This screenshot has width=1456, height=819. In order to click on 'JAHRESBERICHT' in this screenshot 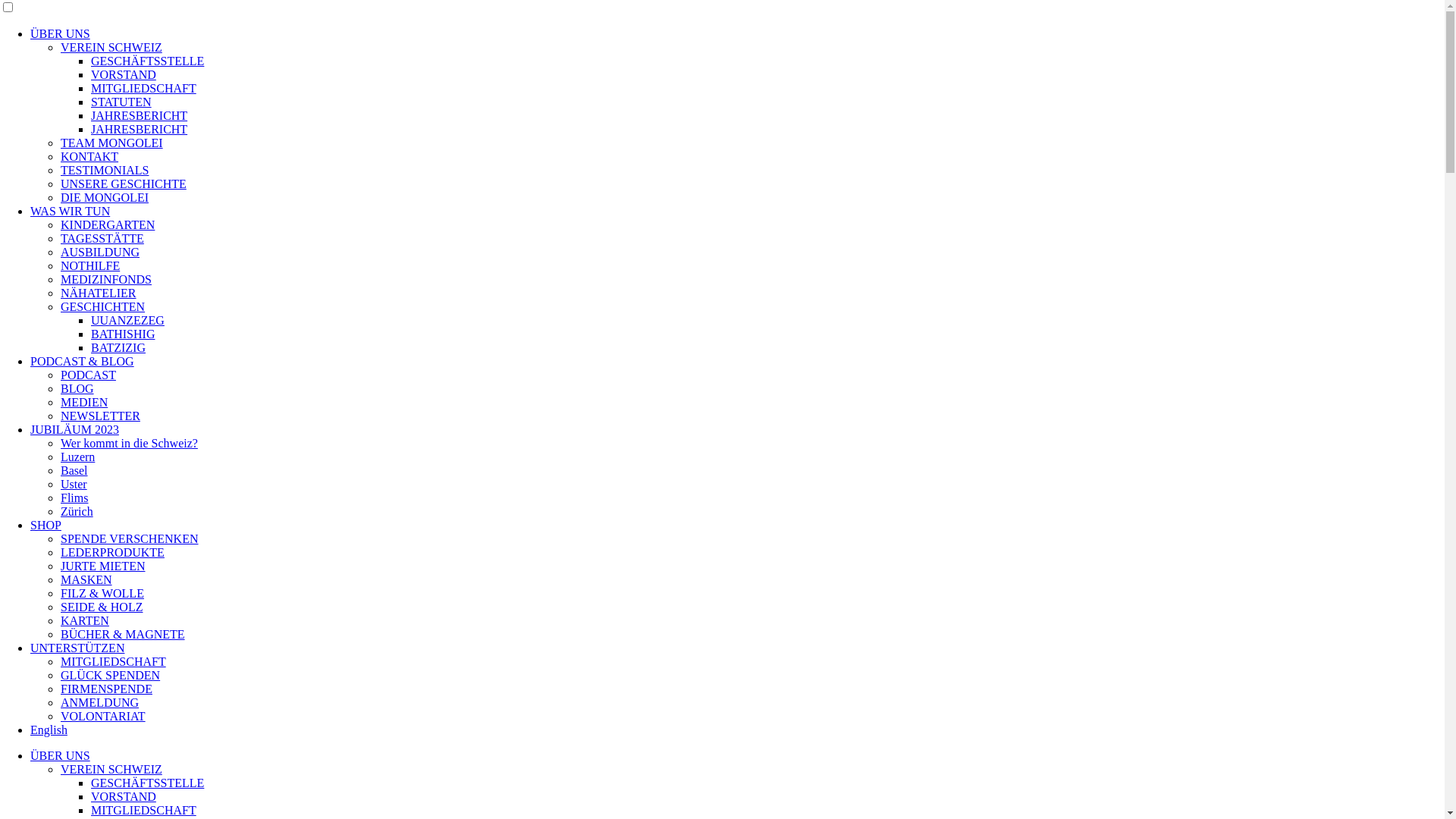, I will do `click(139, 128)`.